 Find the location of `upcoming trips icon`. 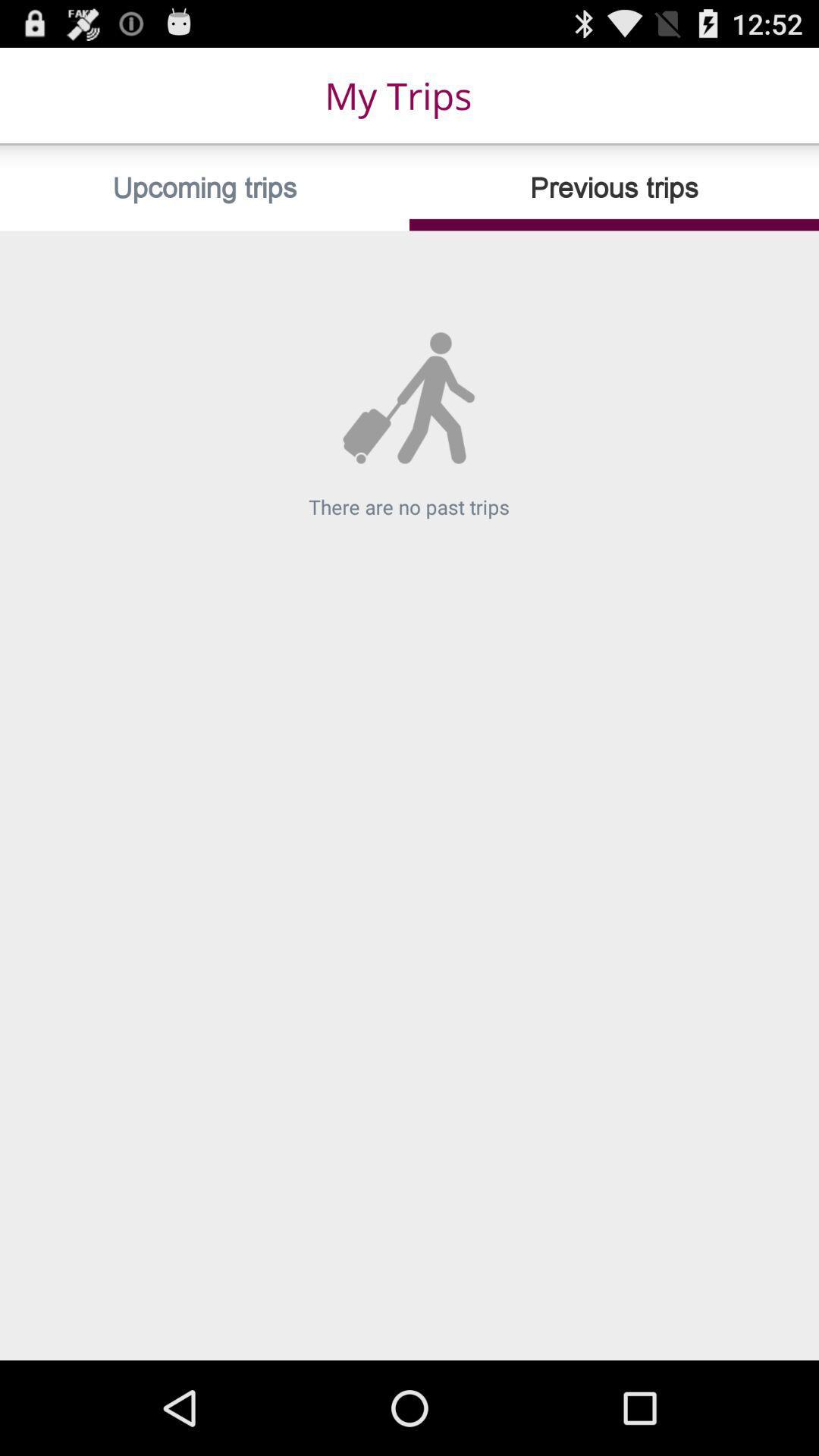

upcoming trips icon is located at coordinates (205, 187).